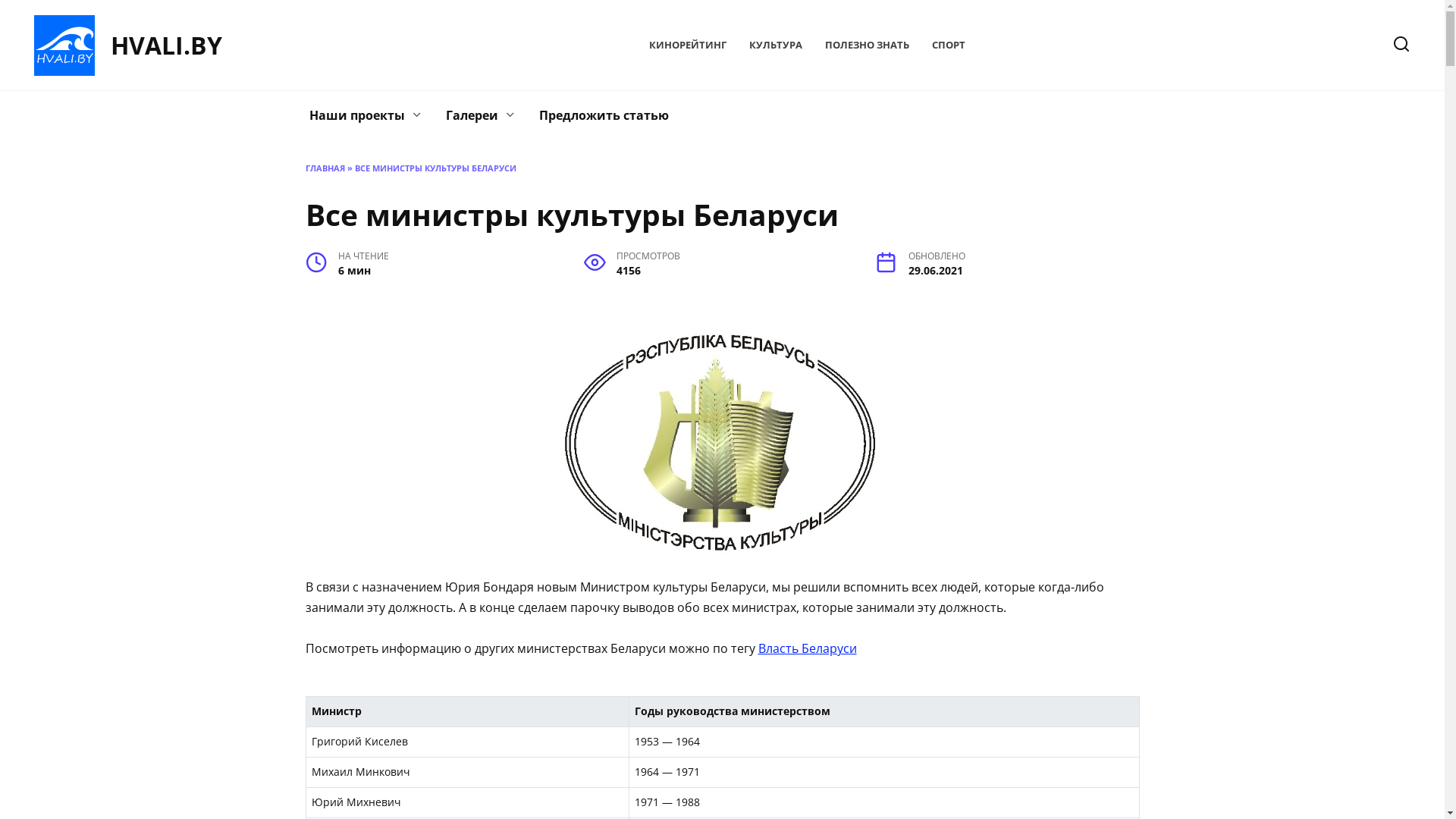 The width and height of the screenshot is (1456, 819). Describe the element at coordinates (166, 44) in the screenshot. I see `'HVALI.BY'` at that location.